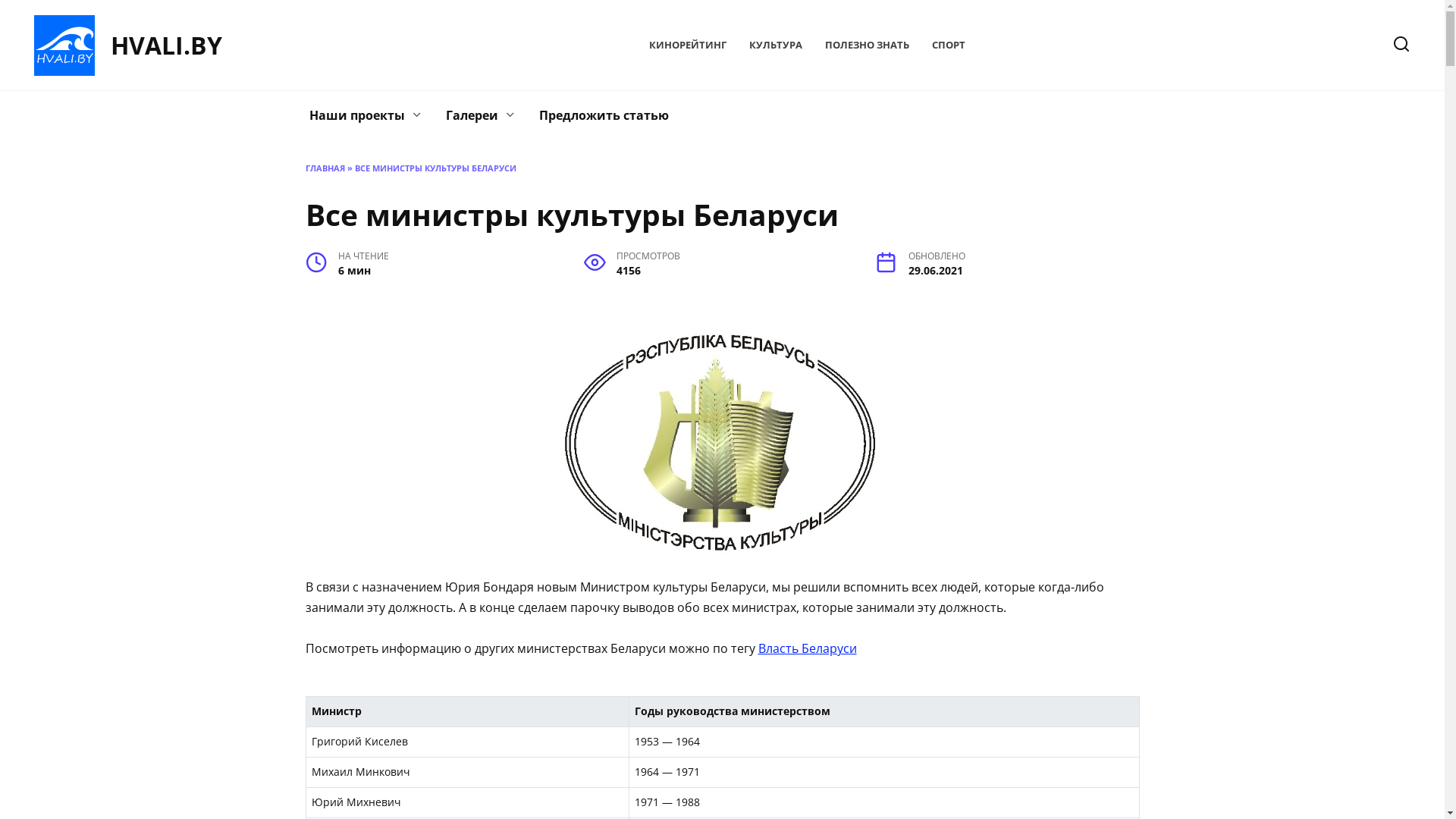 The width and height of the screenshot is (1456, 819). Describe the element at coordinates (166, 44) in the screenshot. I see `'HVALI.BY'` at that location.